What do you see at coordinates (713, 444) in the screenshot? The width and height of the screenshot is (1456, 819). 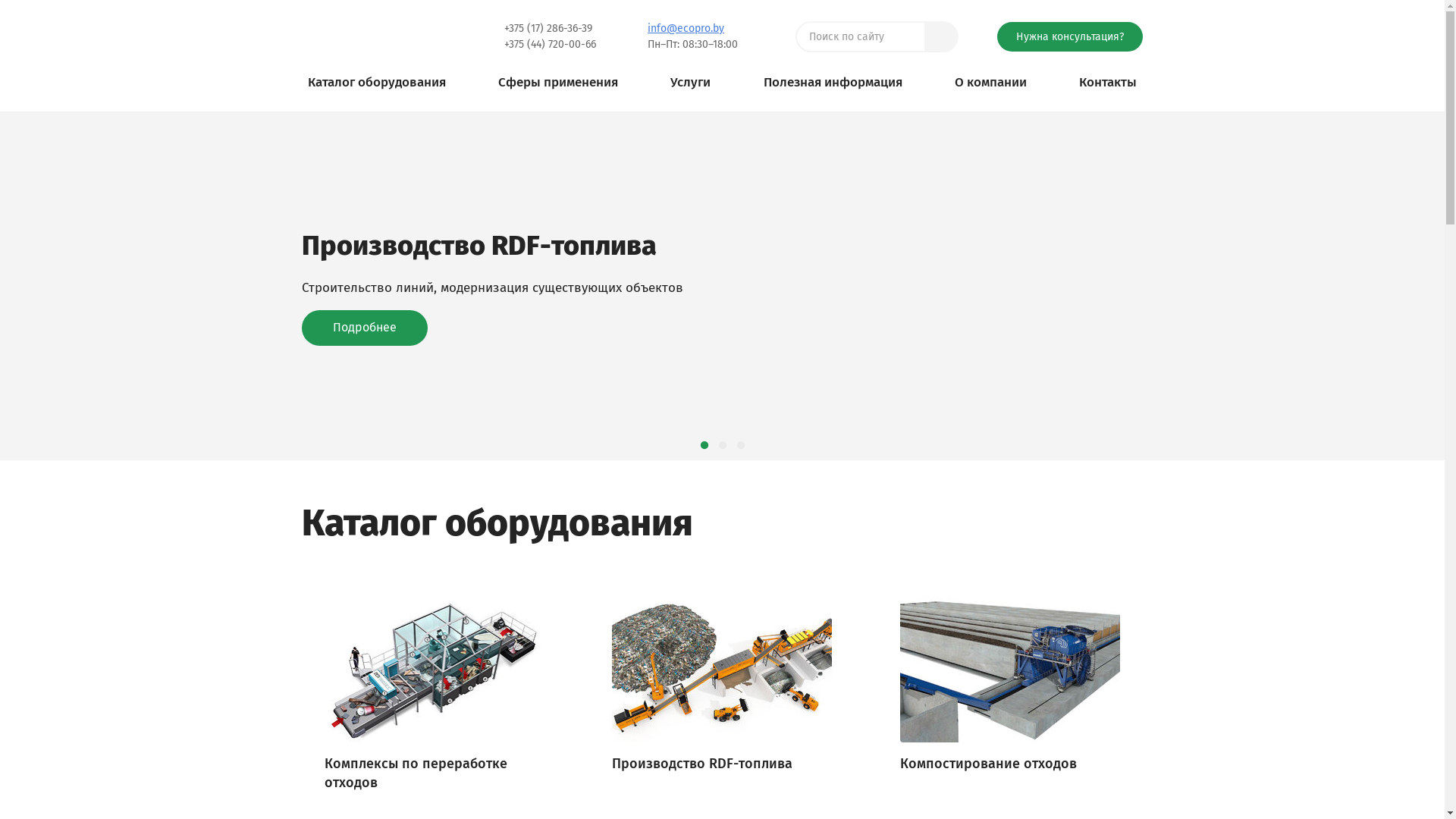 I see `'2'` at bounding box center [713, 444].